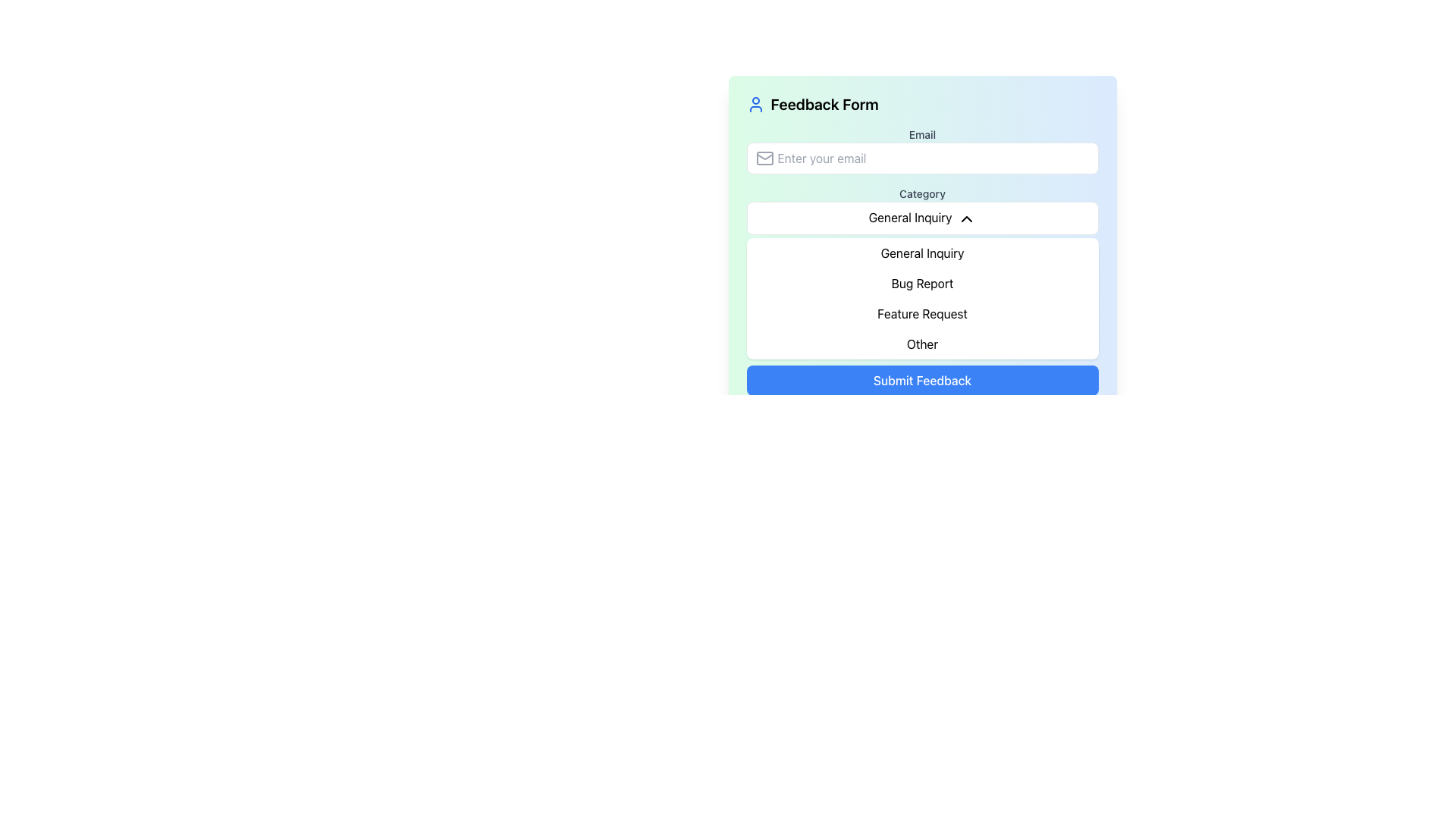 This screenshot has height=819, width=1456. I want to click on the 'Other' option in the dropdown menu located in the 'Category' section of the form, so click(921, 344).